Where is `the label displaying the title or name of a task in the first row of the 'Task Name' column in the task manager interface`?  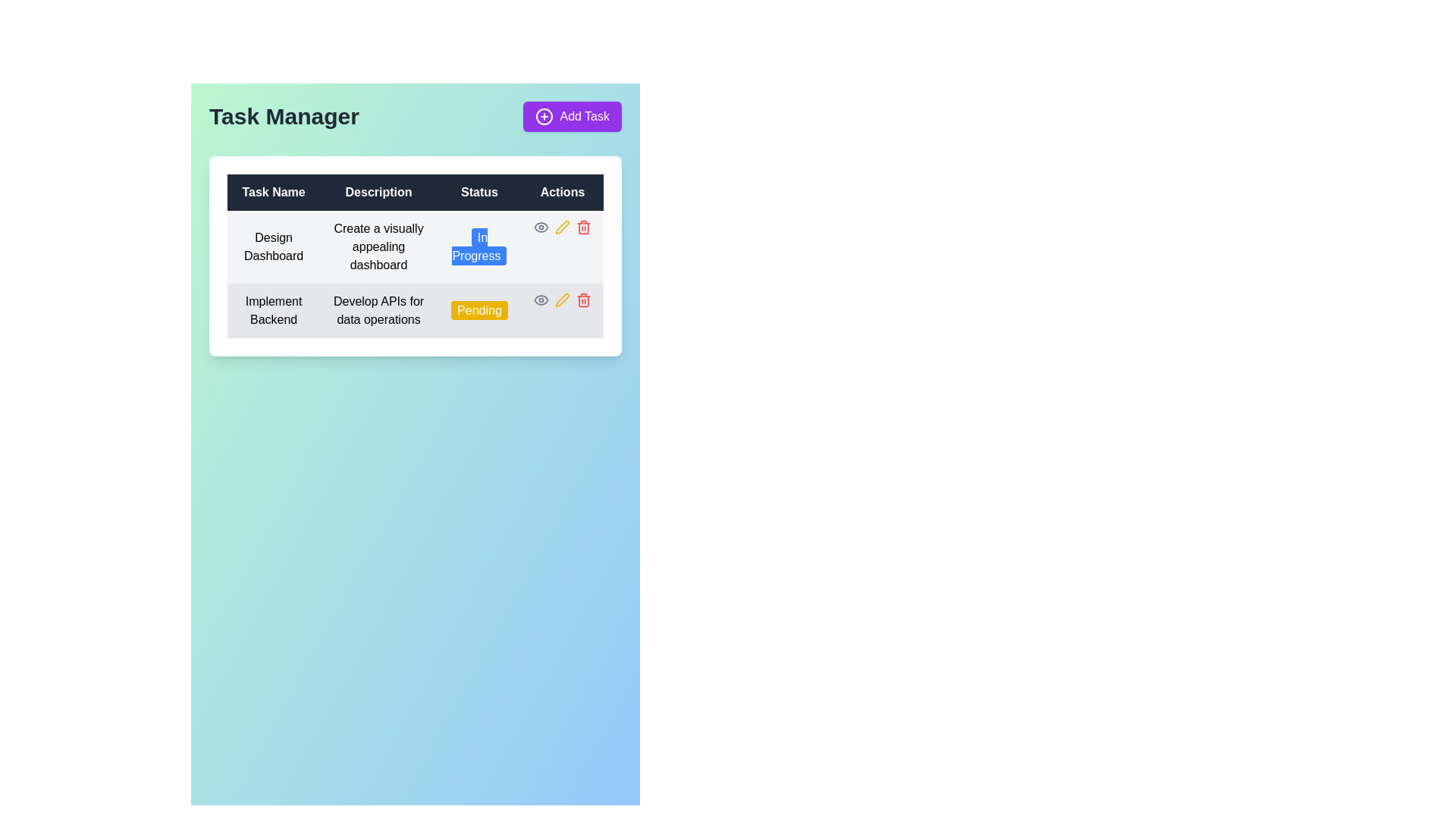 the label displaying the title or name of a task in the first row of the 'Task Name' column in the task manager interface is located at coordinates (274, 246).